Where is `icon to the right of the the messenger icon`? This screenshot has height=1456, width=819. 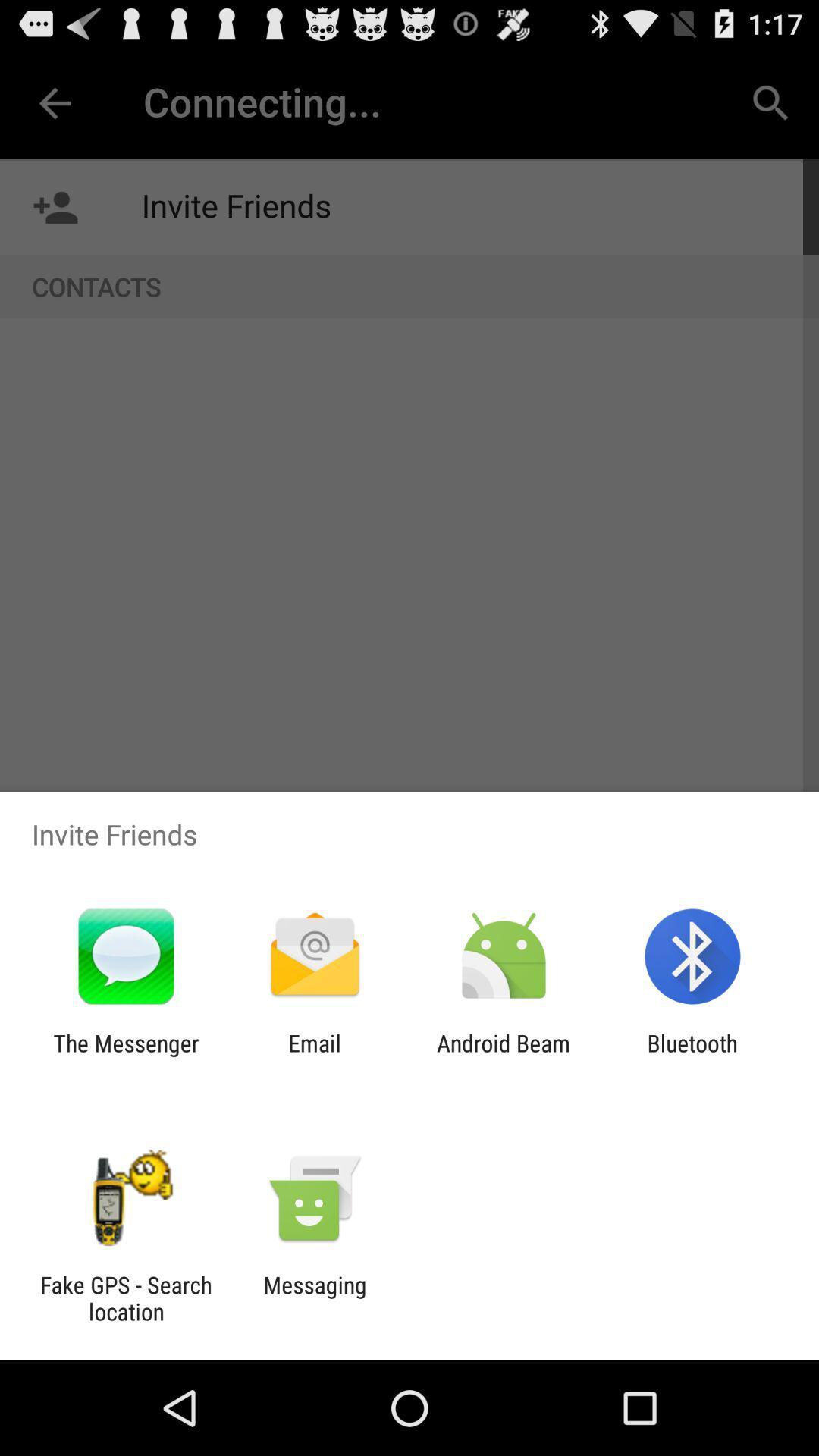 icon to the right of the the messenger icon is located at coordinates (314, 1056).